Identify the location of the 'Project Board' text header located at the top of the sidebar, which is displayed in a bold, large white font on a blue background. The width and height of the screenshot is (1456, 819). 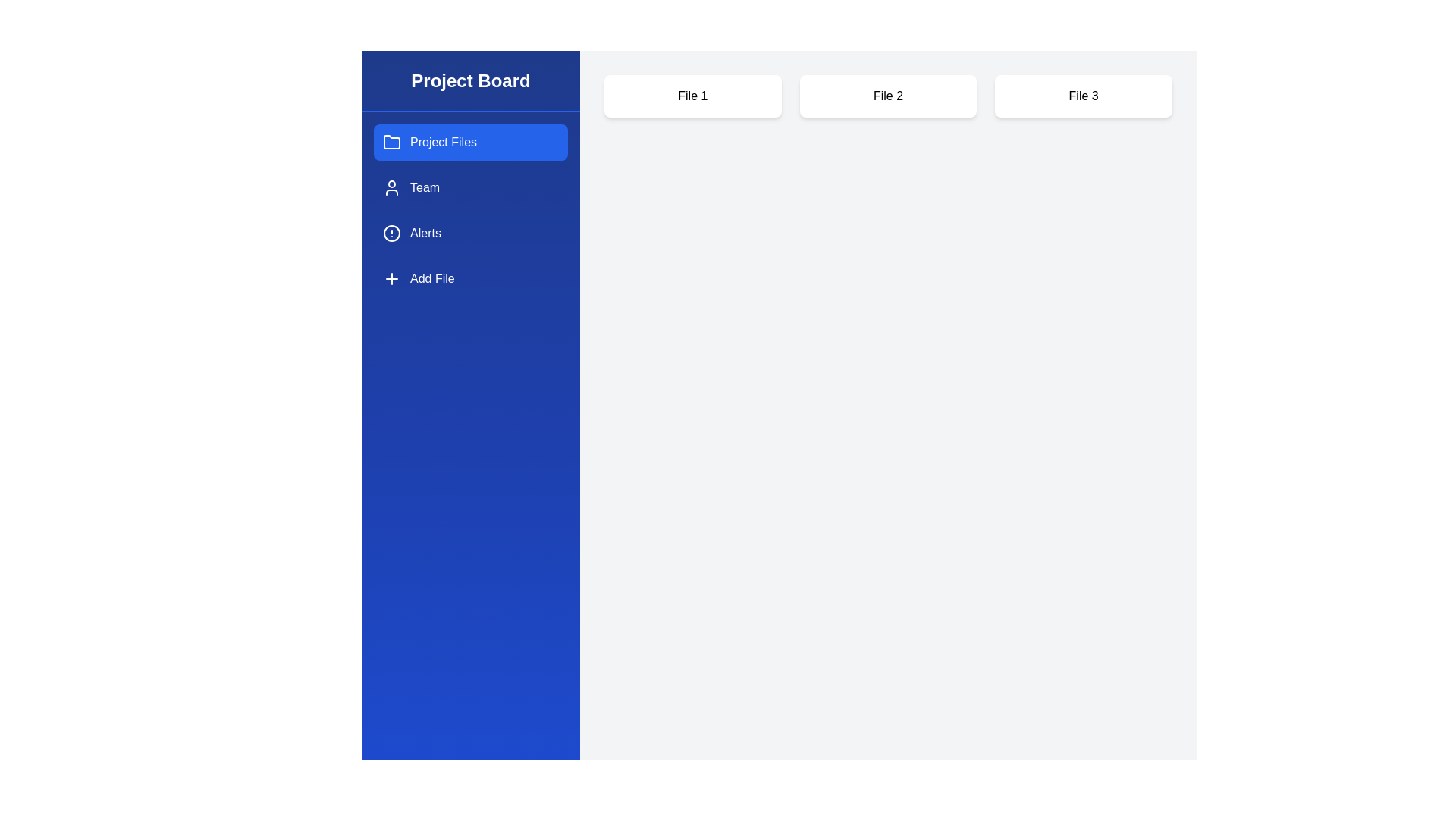
(469, 81).